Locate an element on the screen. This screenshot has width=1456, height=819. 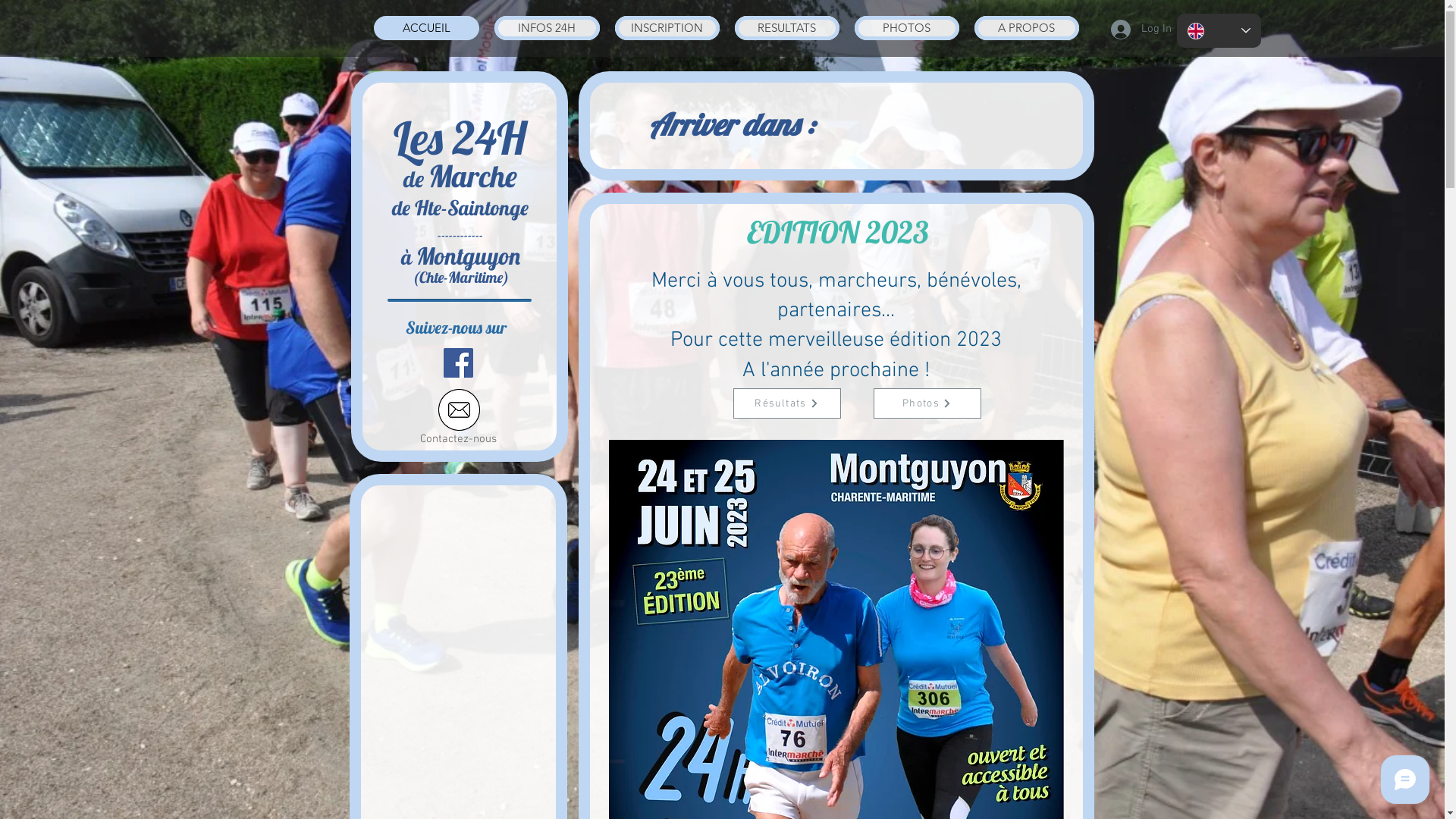
'Photos' is located at coordinates (874, 403).